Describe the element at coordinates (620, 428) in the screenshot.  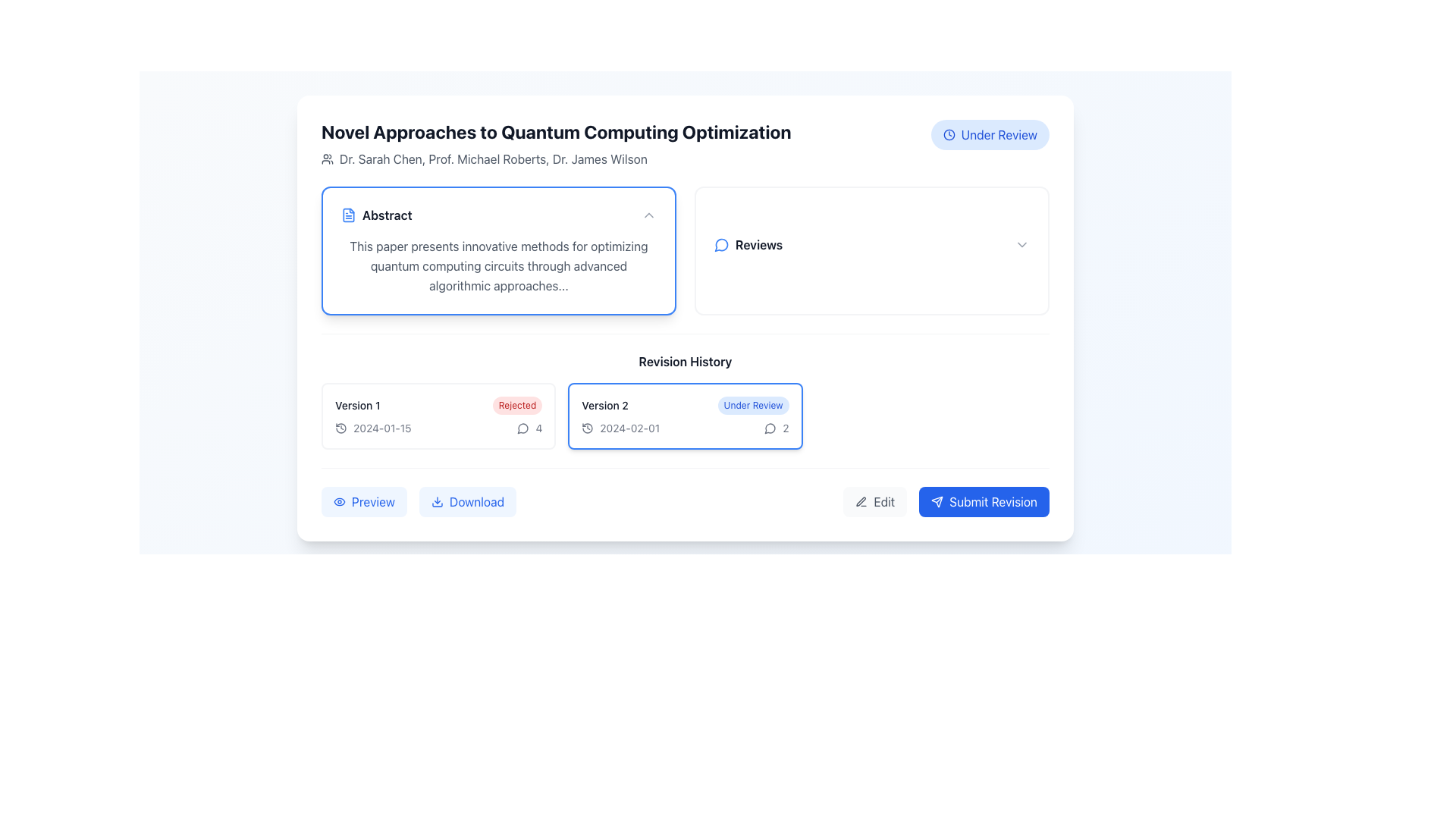
I see `the clock icon associated with the date '2024-02-01' displayed in gray color next to the text label under the 'Version 2' section of the 'Revision History'` at that location.